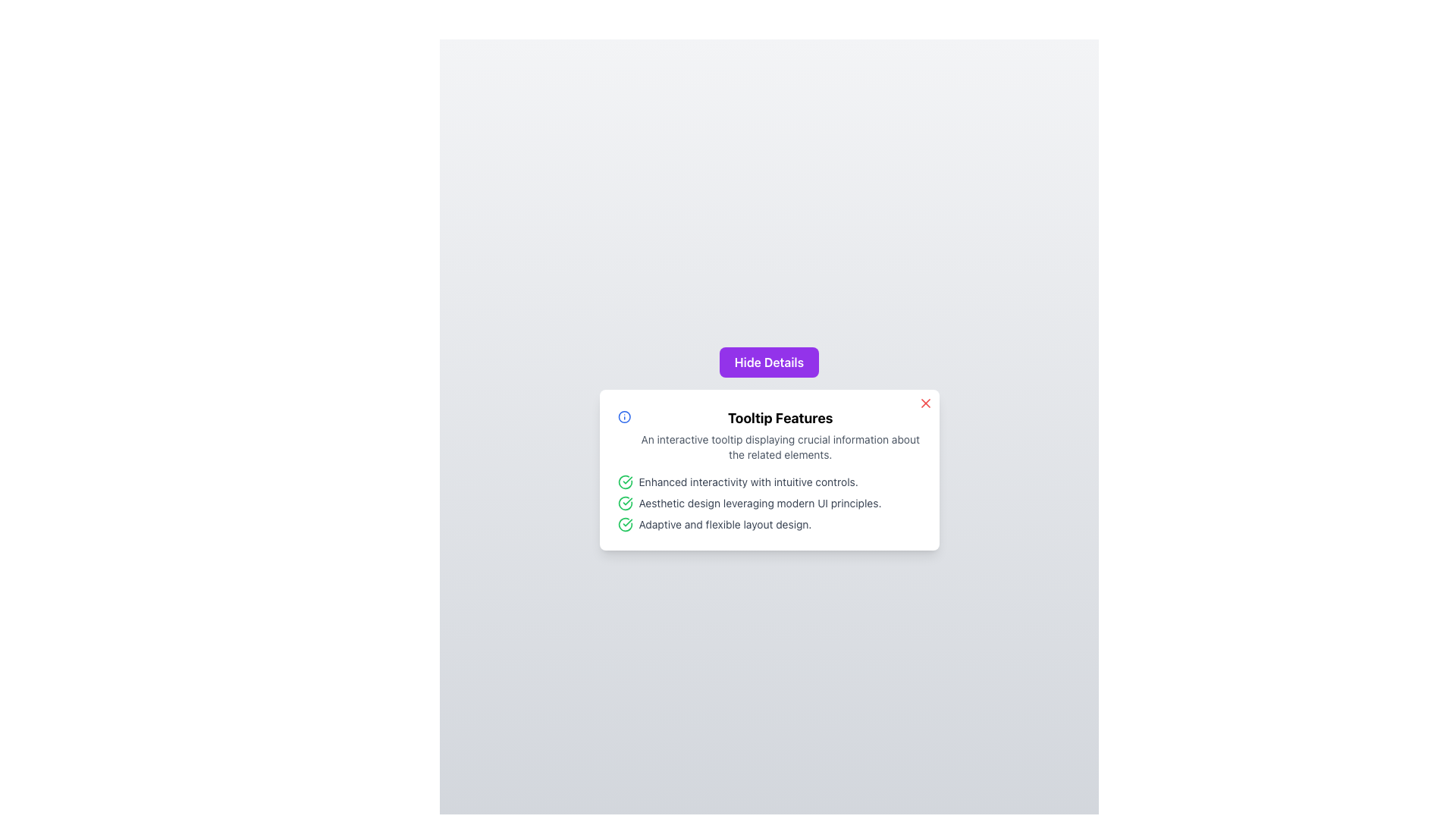 The image size is (1456, 819). I want to click on text content of the Text Block titled 'Tooltip Features' which contains an interactive tooltip description, so click(780, 435).